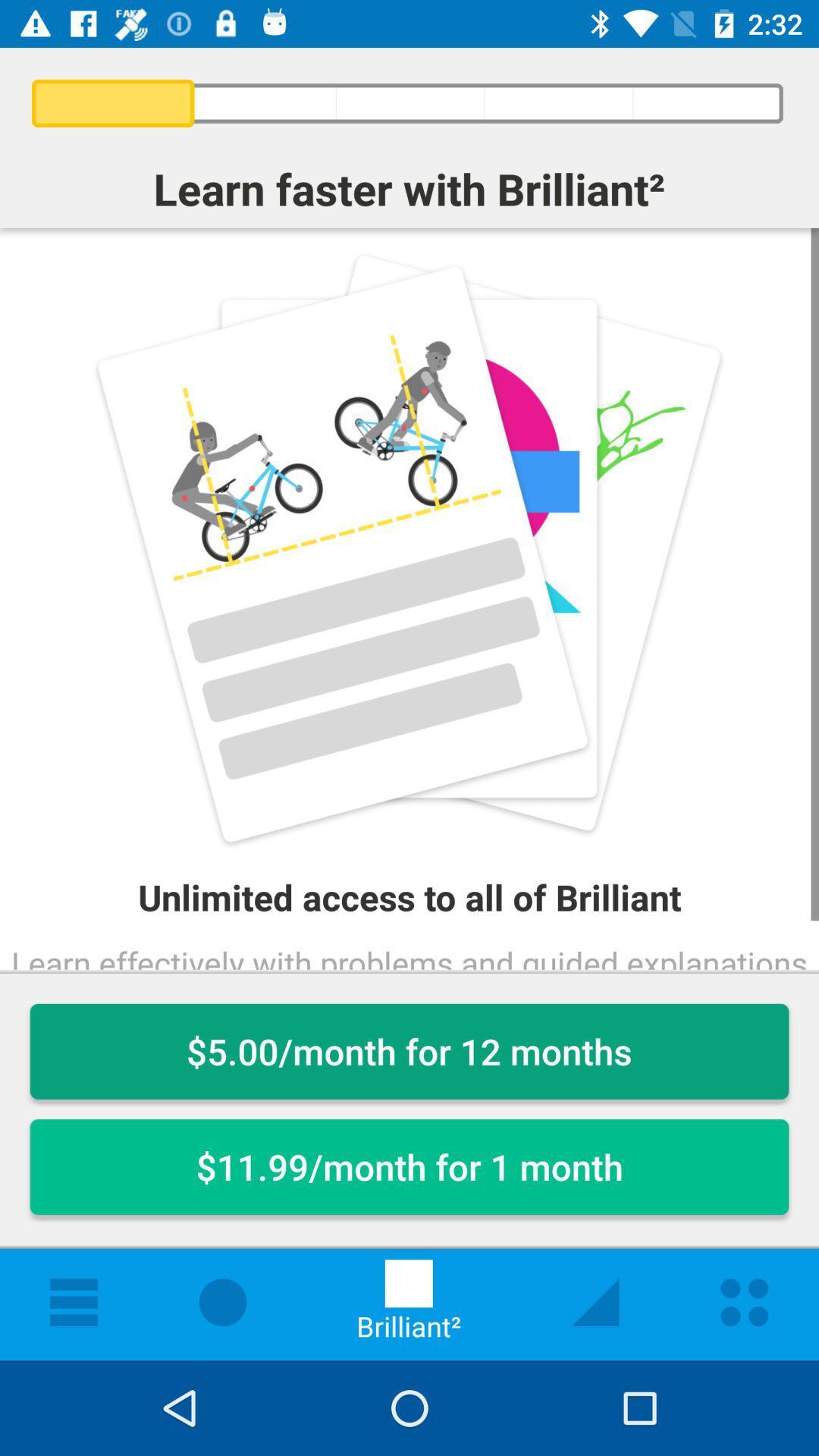  I want to click on the second option, so click(409, 1166).